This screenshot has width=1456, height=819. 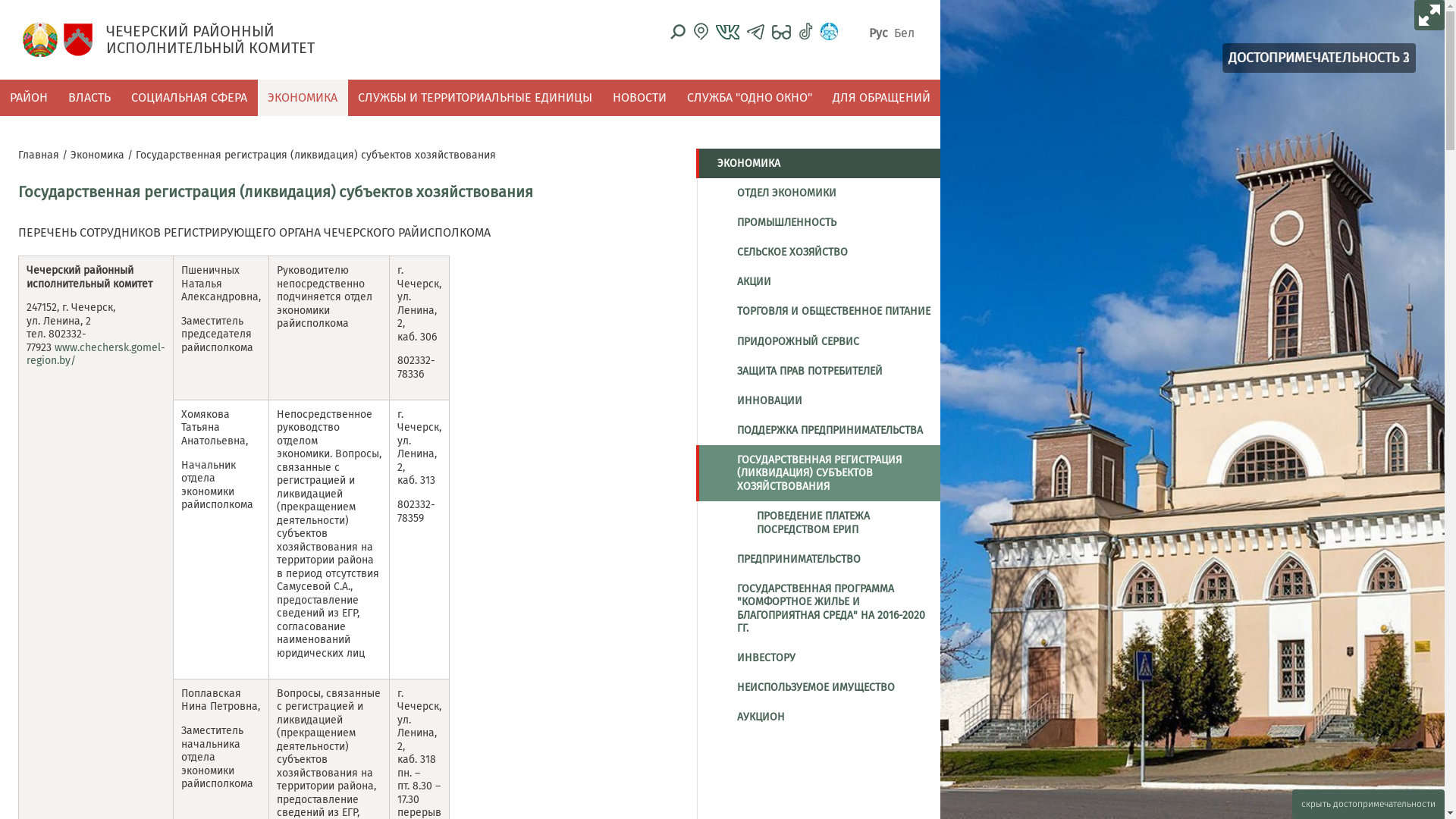 What do you see at coordinates (805, 31) in the screenshot?
I see `'Tiktok'` at bounding box center [805, 31].